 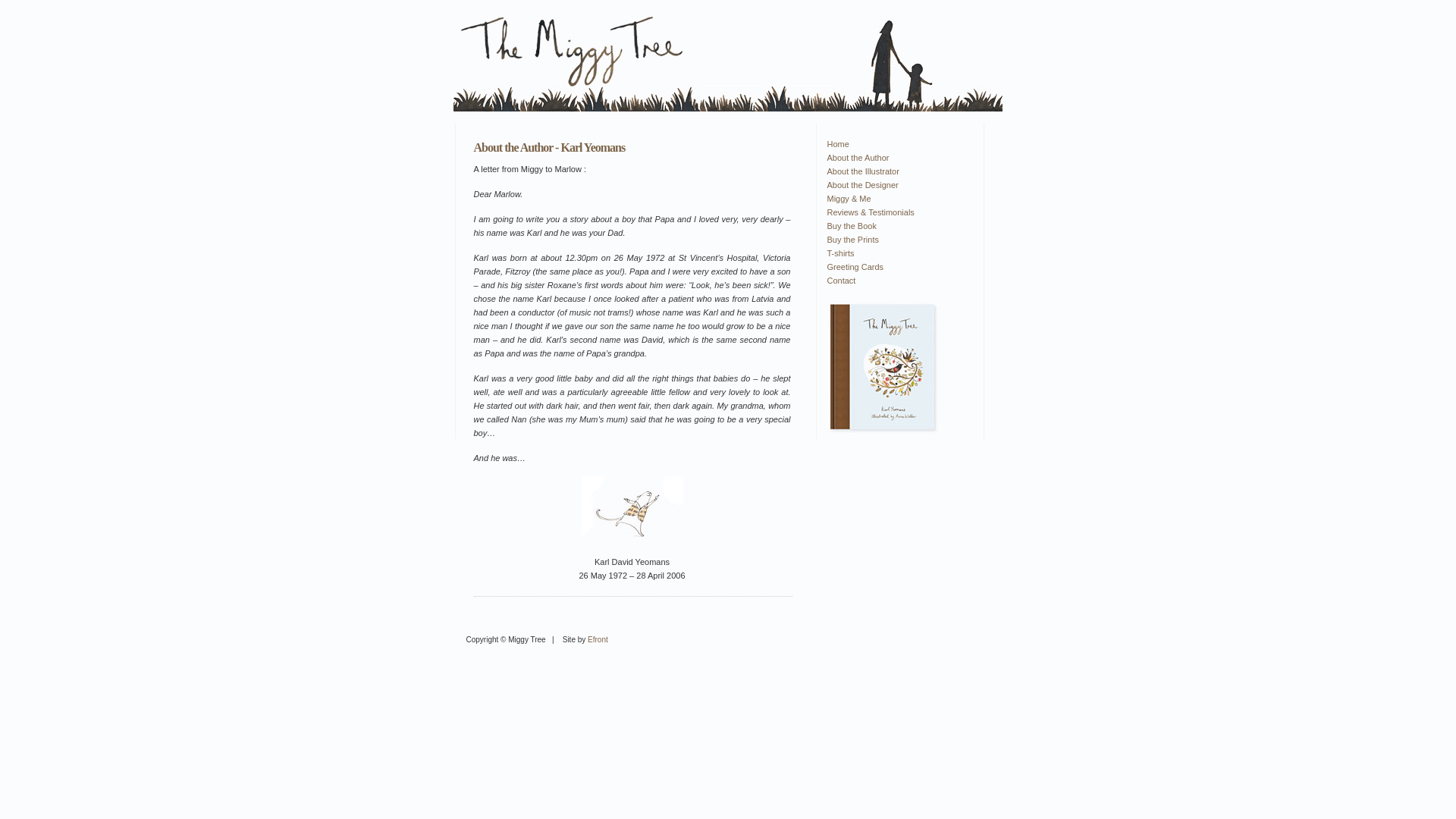 I want to click on 'Miggy & Me', so click(x=895, y=198).